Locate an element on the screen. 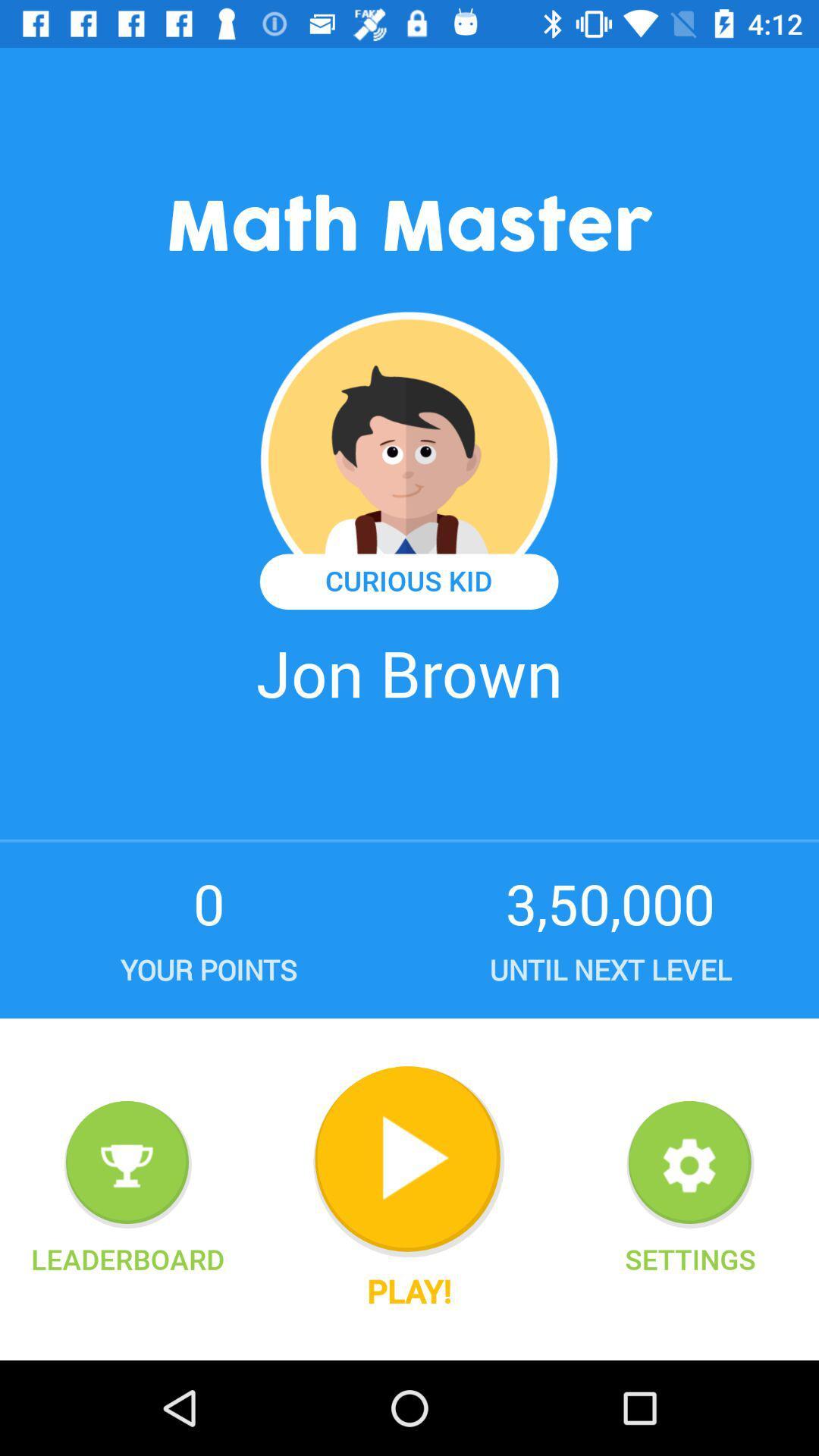 Image resolution: width=819 pixels, height=1456 pixels. item next to settings is located at coordinates (408, 1161).